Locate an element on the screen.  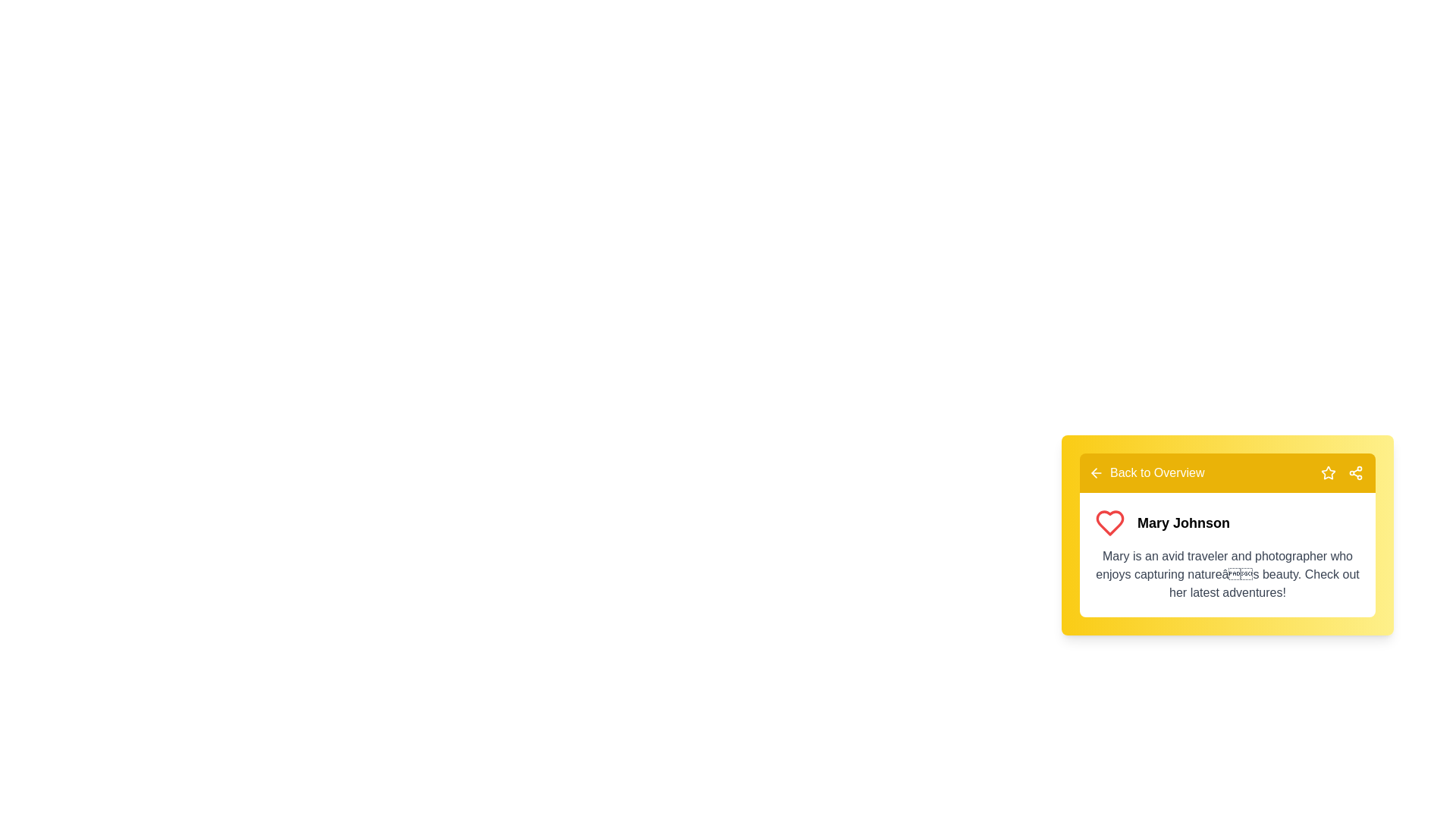
the heart-shaped icon styled in red, which is located to the left of the bold 'Mary Johnson' text is located at coordinates (1110, 522).